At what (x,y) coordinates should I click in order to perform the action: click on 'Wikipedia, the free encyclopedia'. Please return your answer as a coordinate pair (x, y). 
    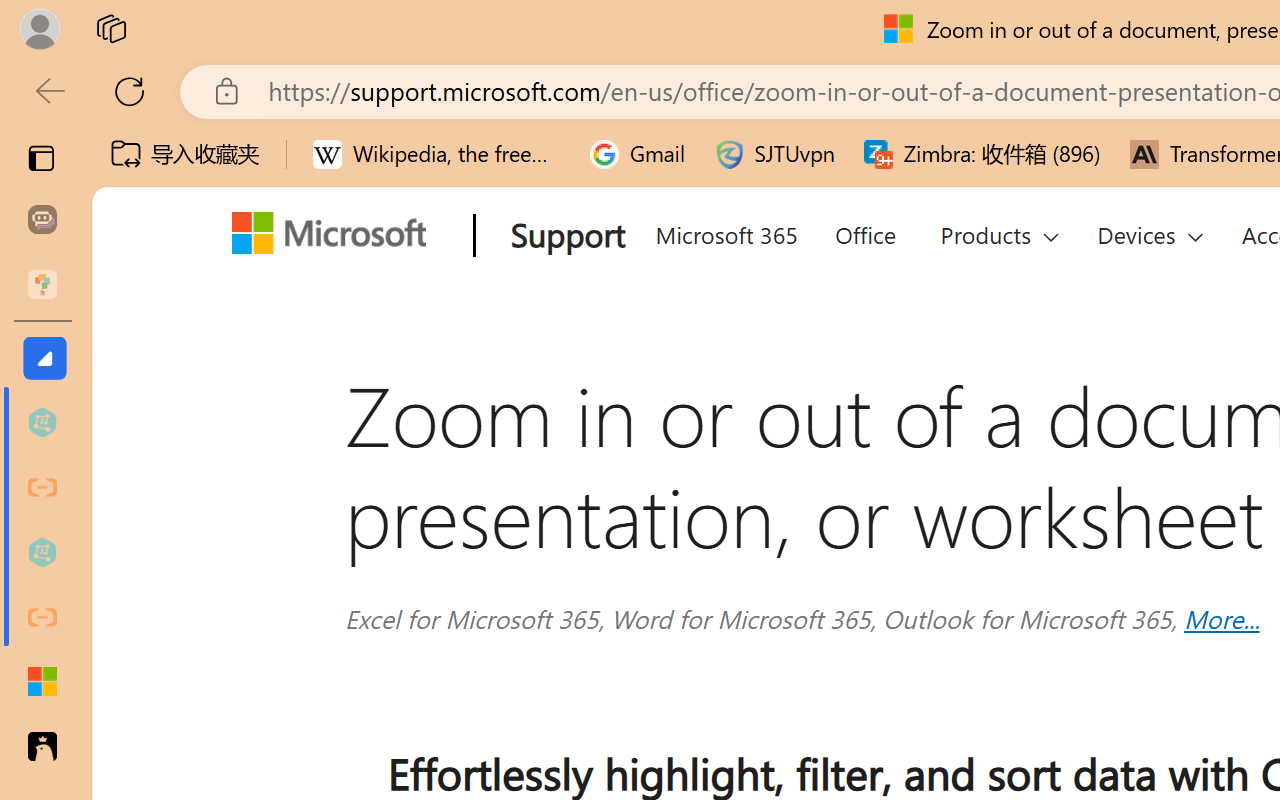
    Looking at the image, I should click on (436, 154).